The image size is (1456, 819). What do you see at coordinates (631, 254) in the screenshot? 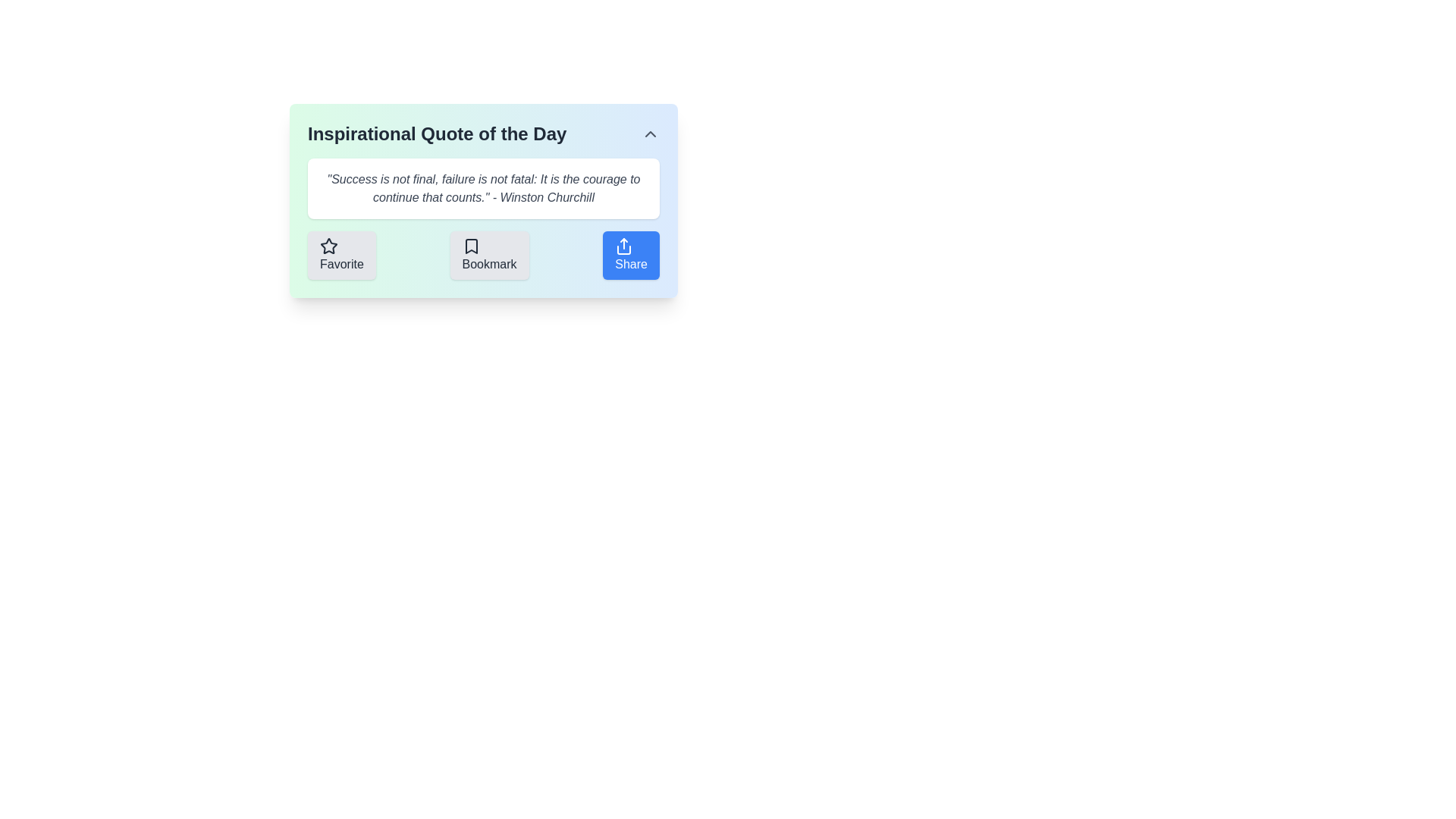
I see `the 'Share' button with a blue background and white text` at bounding box center [631, 254].